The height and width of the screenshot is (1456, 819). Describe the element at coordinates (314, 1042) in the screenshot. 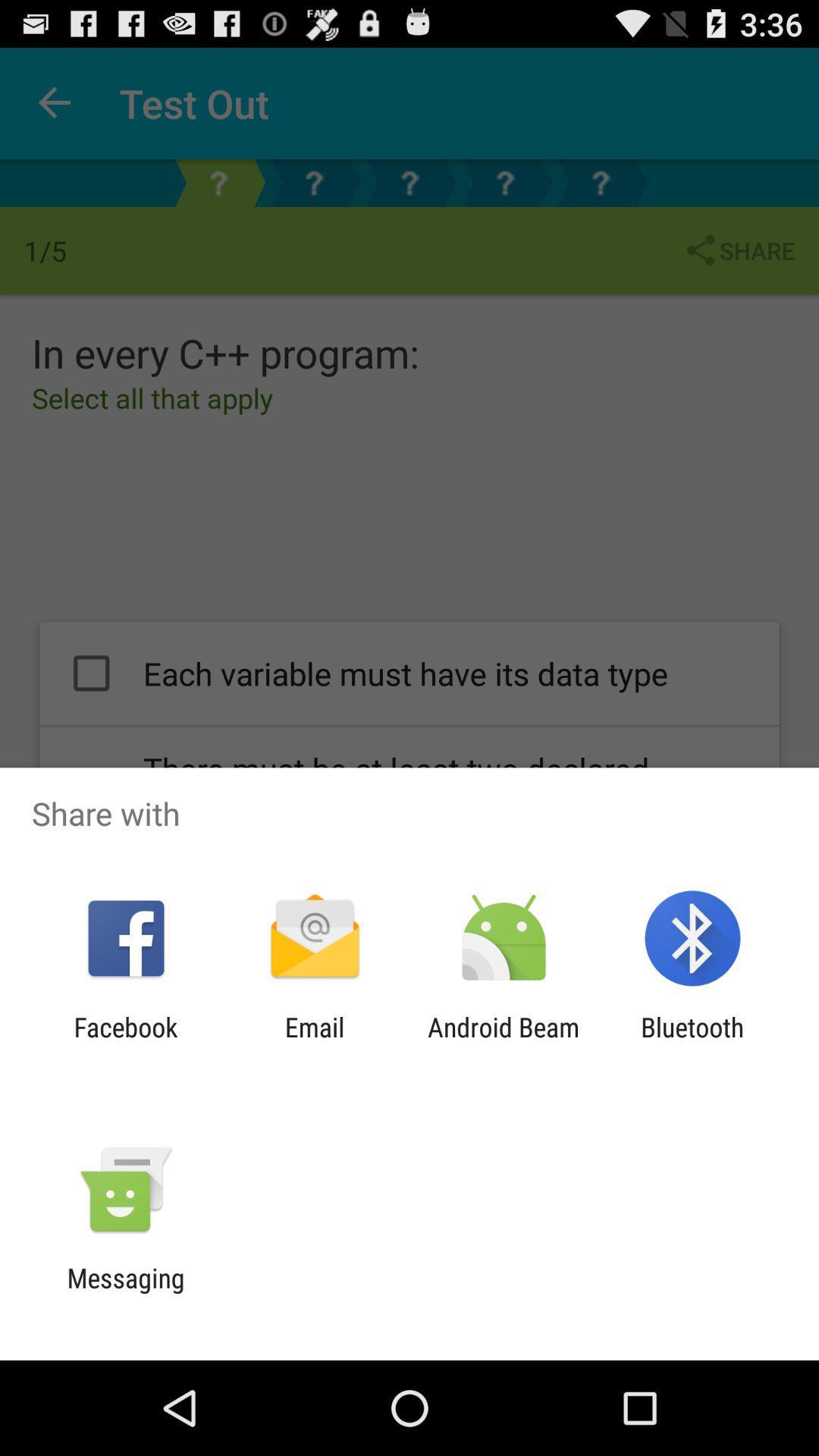

I see `item next to the android beam icon` at that location.